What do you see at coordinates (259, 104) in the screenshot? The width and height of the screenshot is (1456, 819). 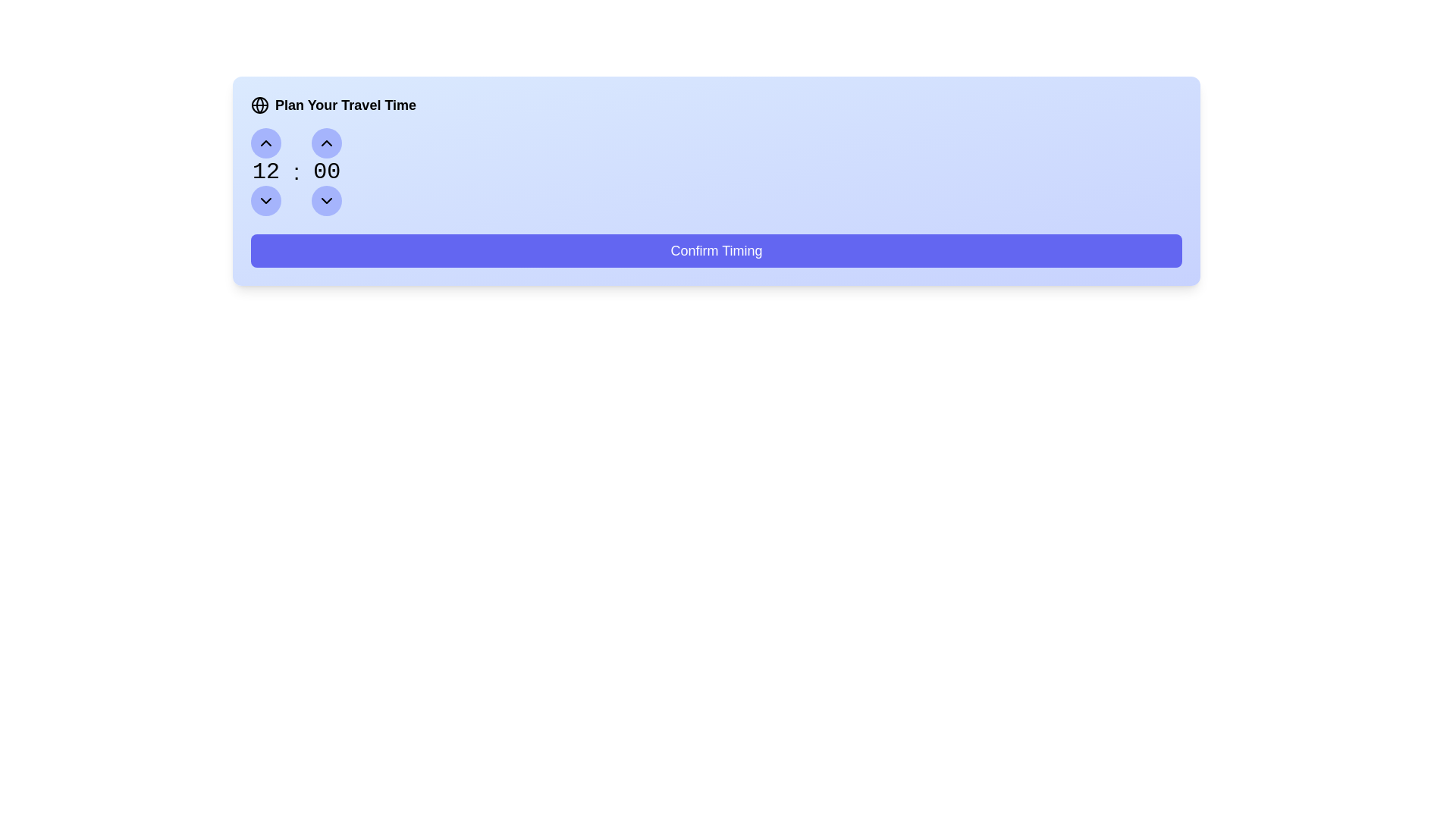 I see `the globe icon located to the far left of the header area under the label 'Plan Your Travel Time.'` at bounding box center [259, 104].